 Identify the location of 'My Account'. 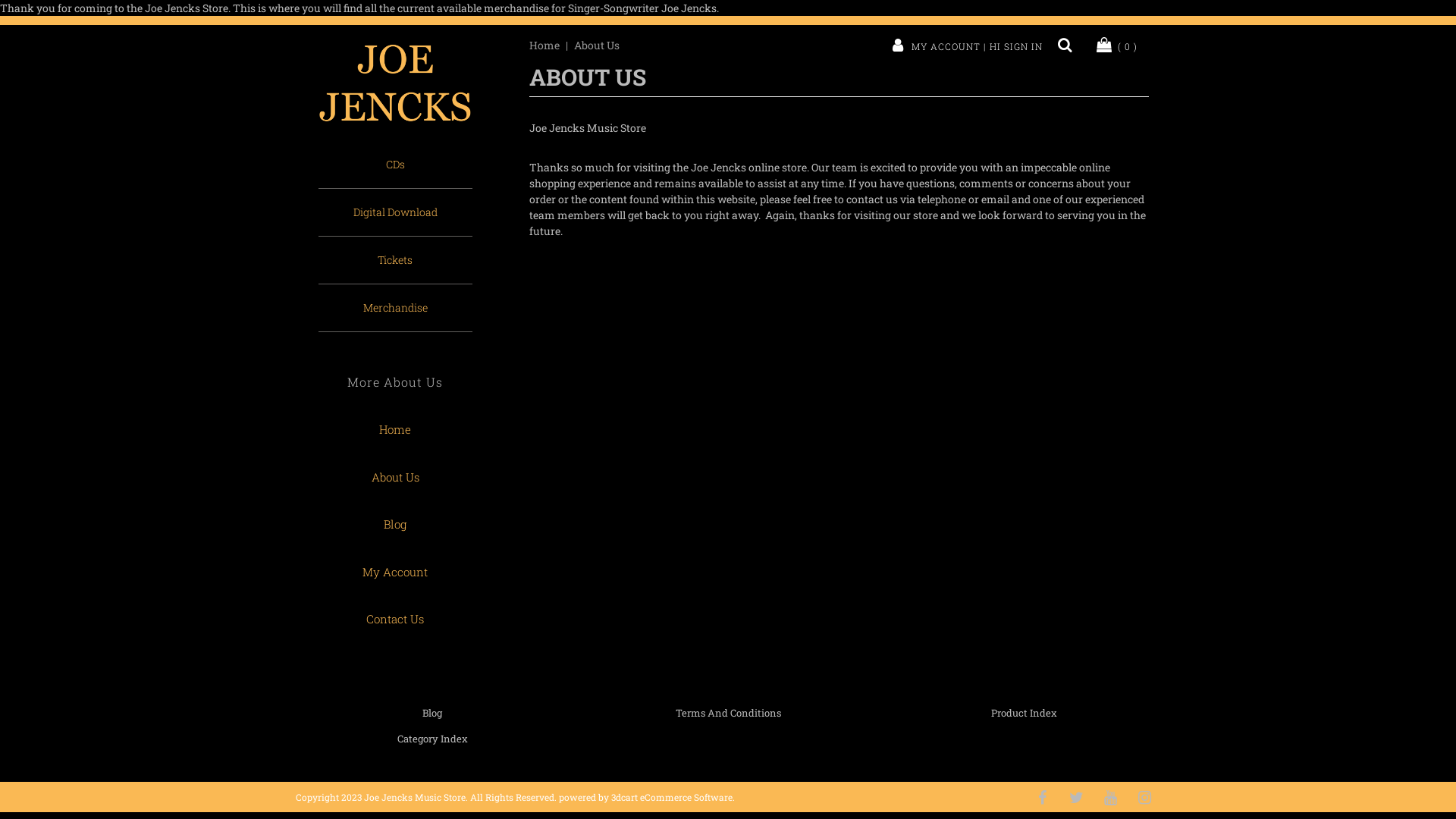
(395, 571).